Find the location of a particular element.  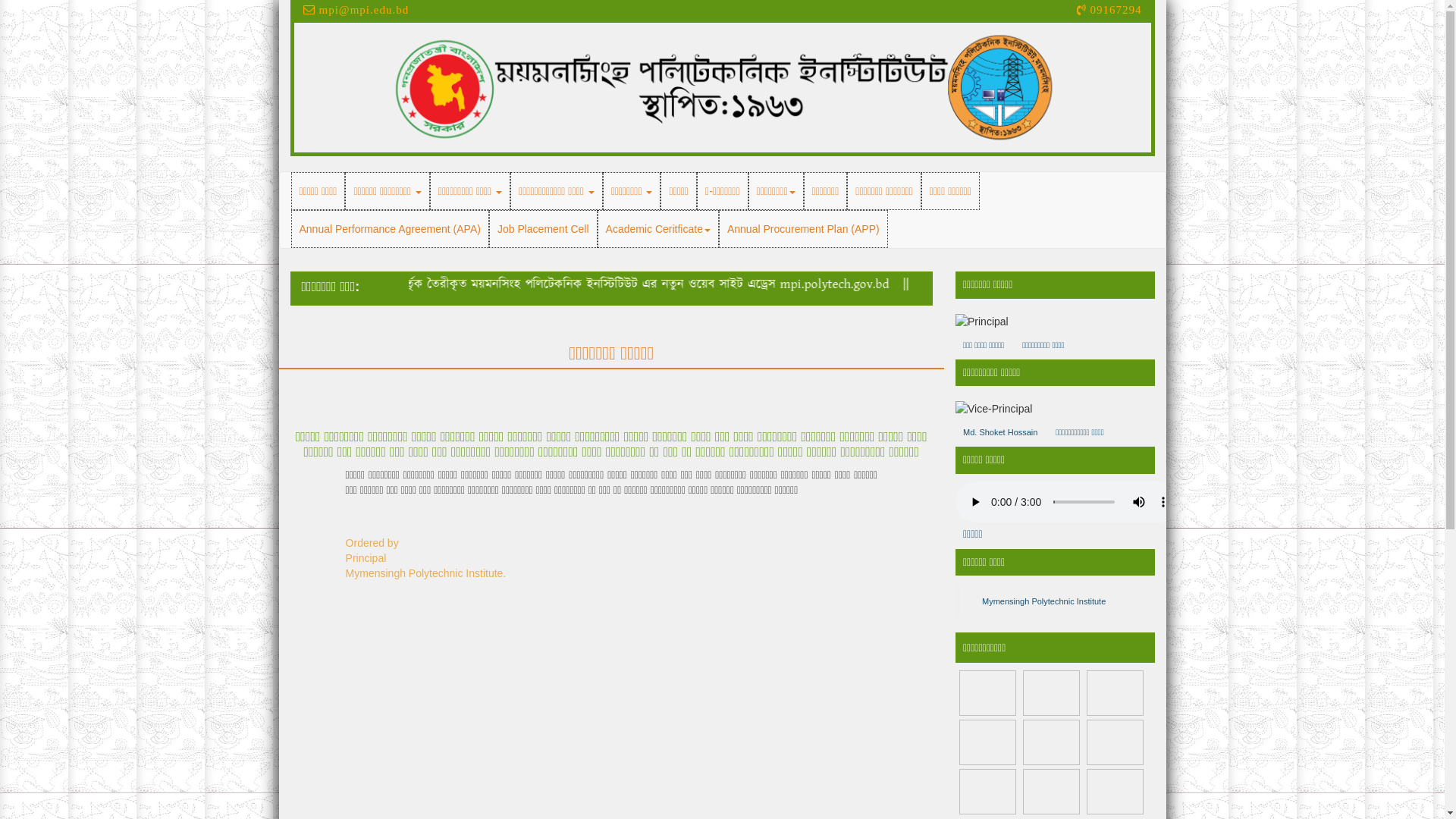

'Mymensingh Polytechnic Institute' is located at coordinates (1043, 601).